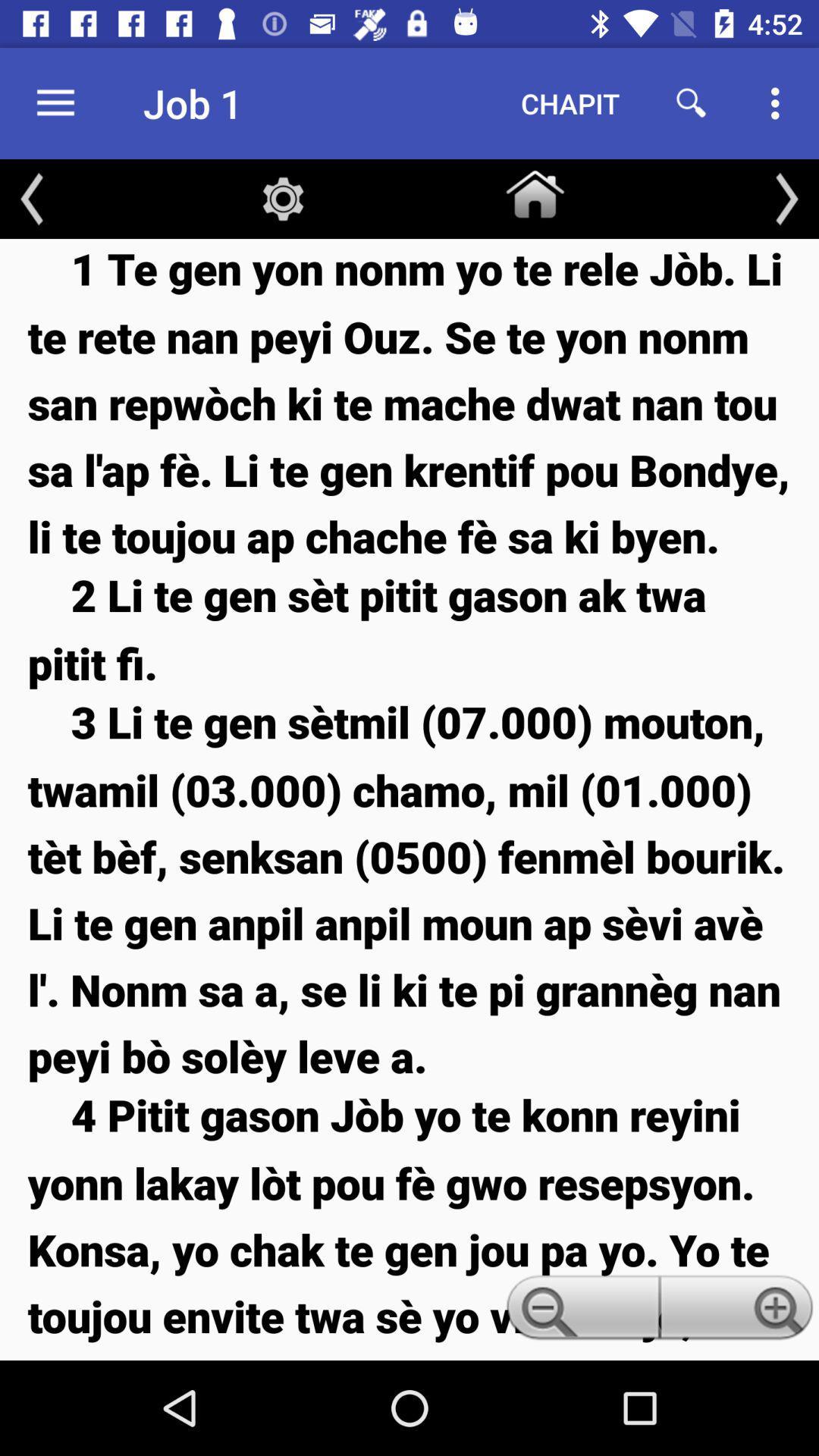 The image size is (819, 1456). Describe the element at coordinates (786, 198) in the screenshot. I see `item above the 1 te gen` at that location.